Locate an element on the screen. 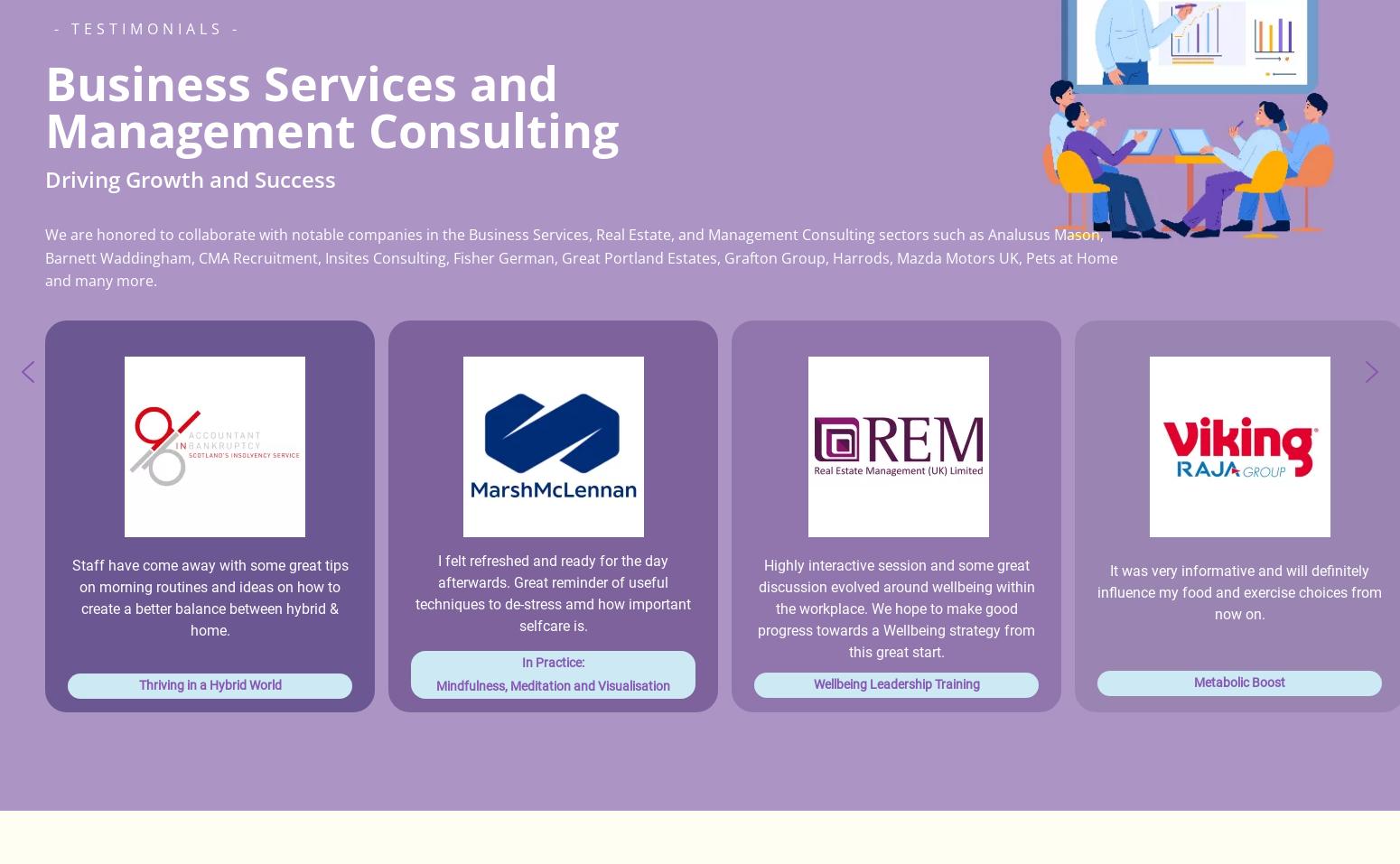 The height and width of the screenshot is (864, 1400). '- Testimonials -' is located at coordinates (52, 27).